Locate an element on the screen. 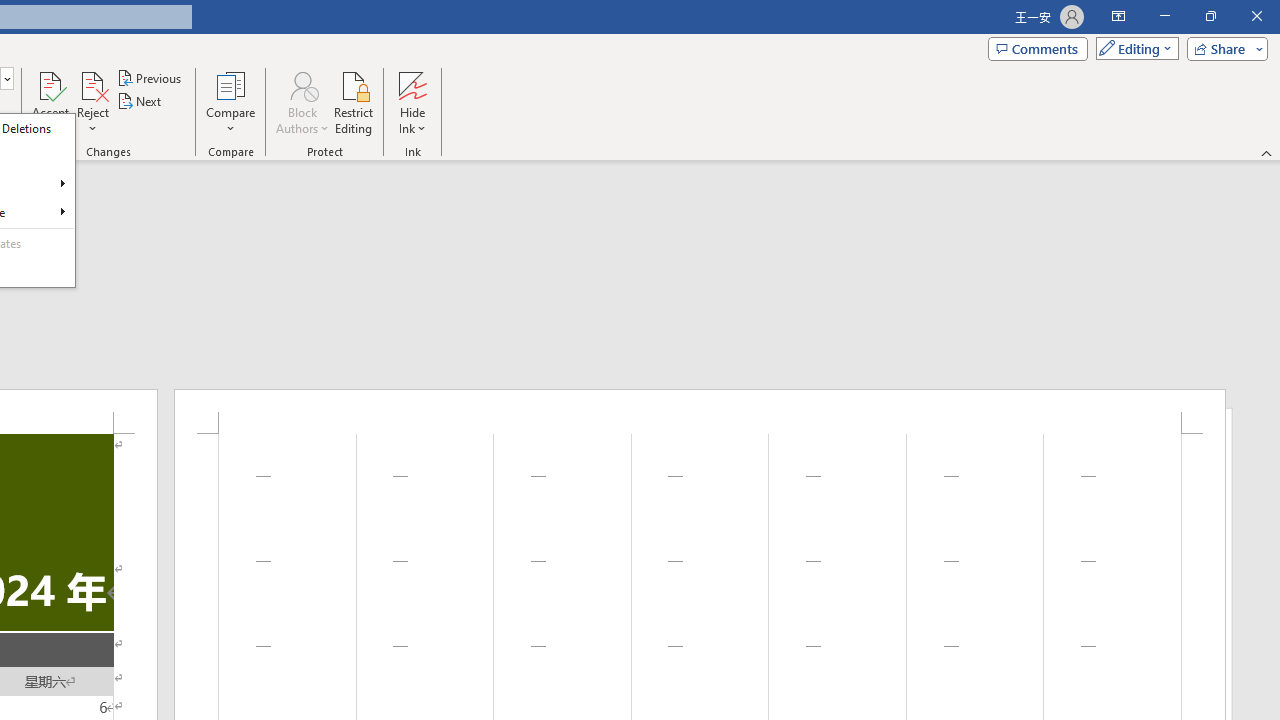  'Restrict Editing' is located at coordinates (353, 103).